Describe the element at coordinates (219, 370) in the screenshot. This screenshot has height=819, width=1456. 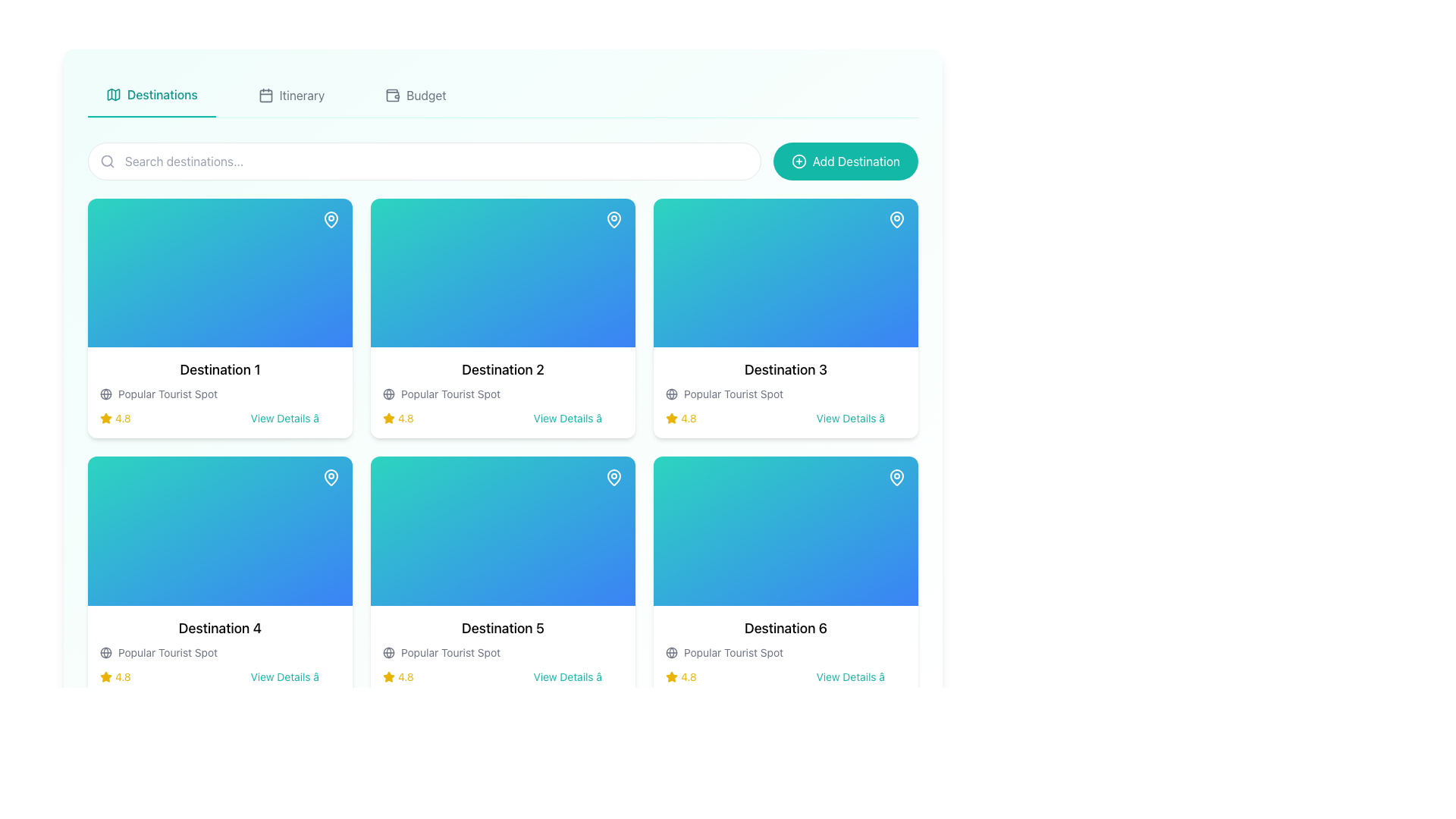
I see `the text label serving as a title for the destination card, located in the top row, first column of a 3x2 grid layout` at that location.